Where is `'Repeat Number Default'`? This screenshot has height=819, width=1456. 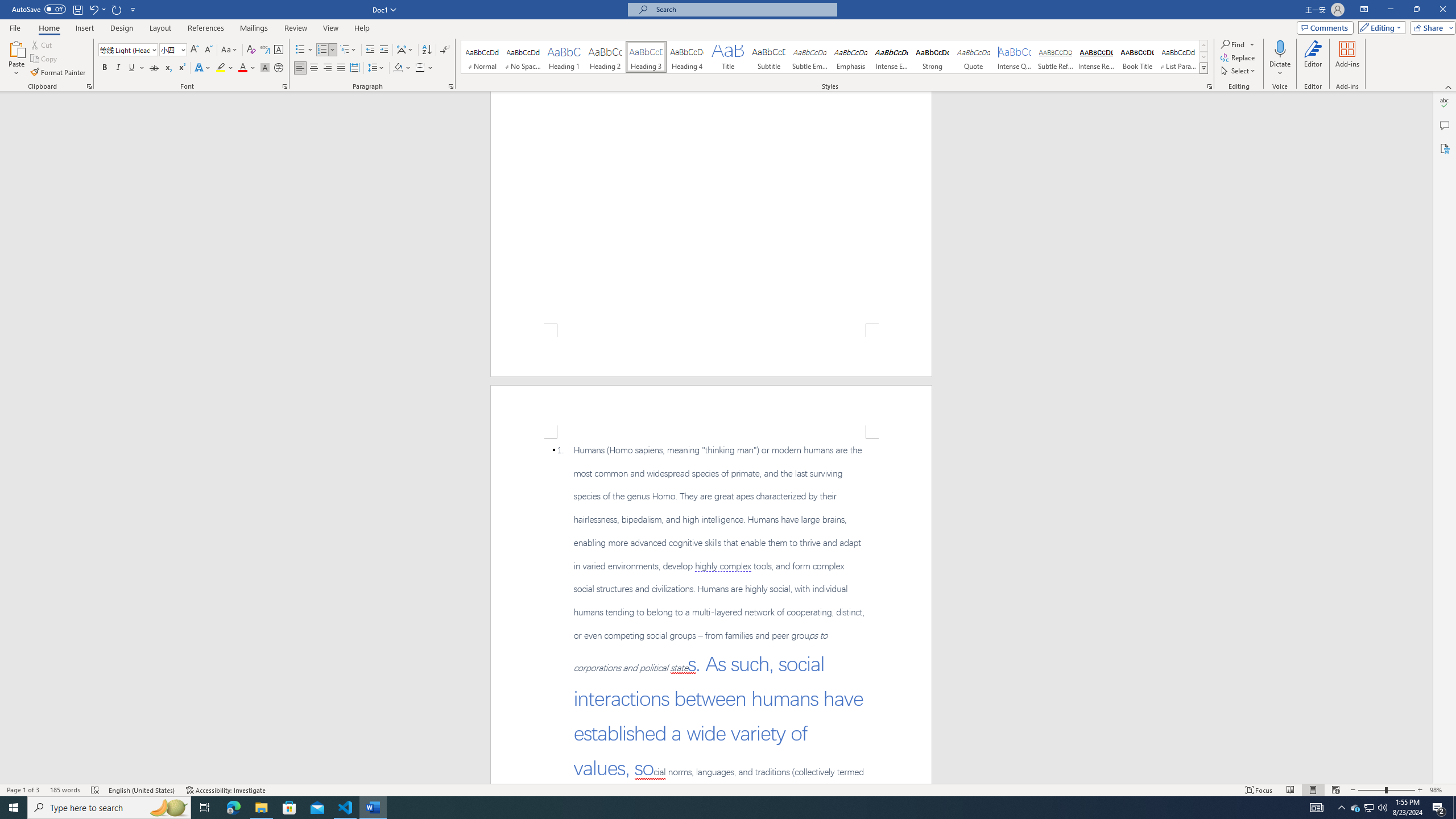 'Repeat Number Default' is located at coordinates (117, 9).